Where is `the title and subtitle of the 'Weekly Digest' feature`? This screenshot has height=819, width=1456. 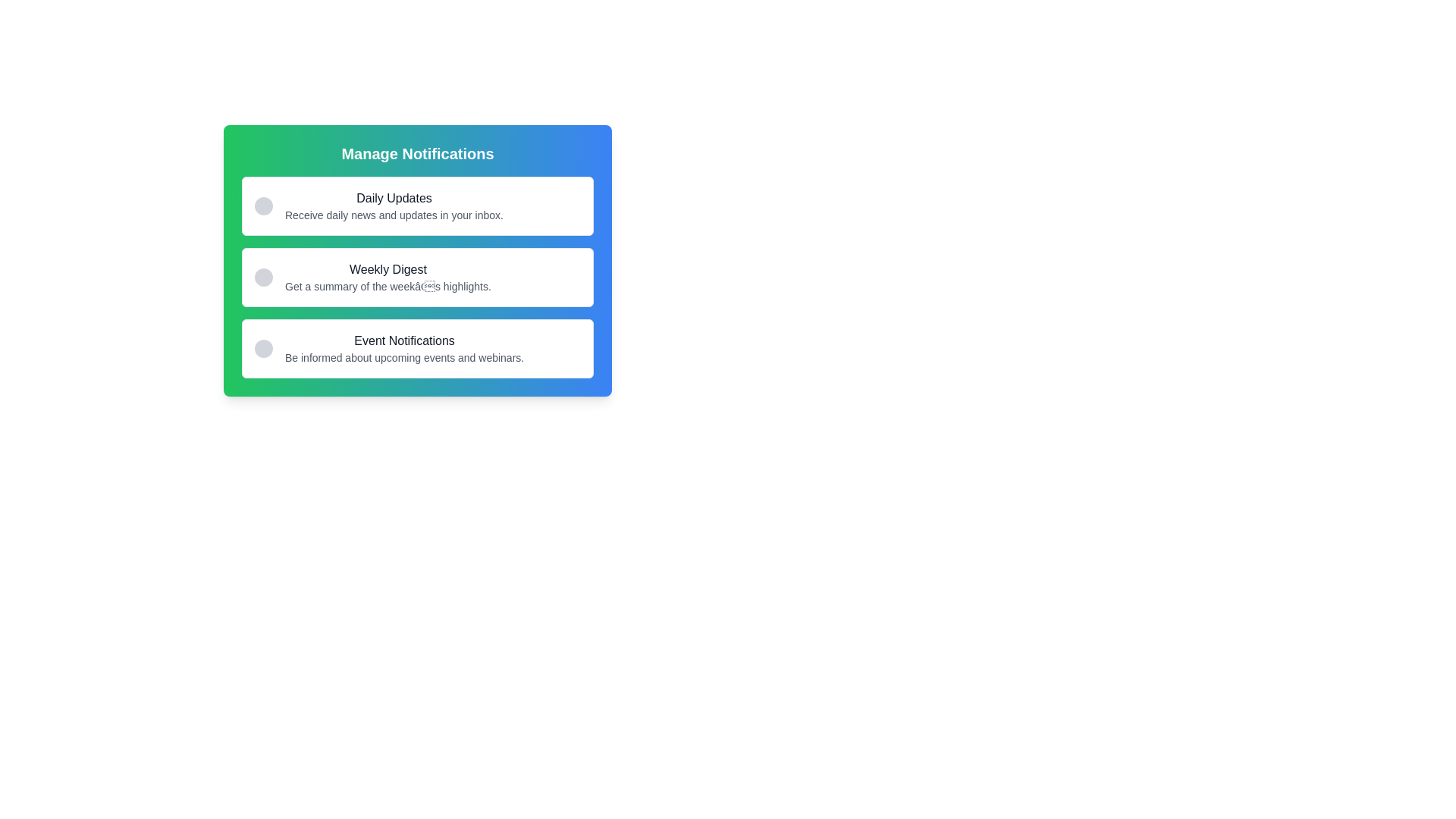
the title and subtitle of the 'Weekly Digest' feature is located at coordinates (388, 278).